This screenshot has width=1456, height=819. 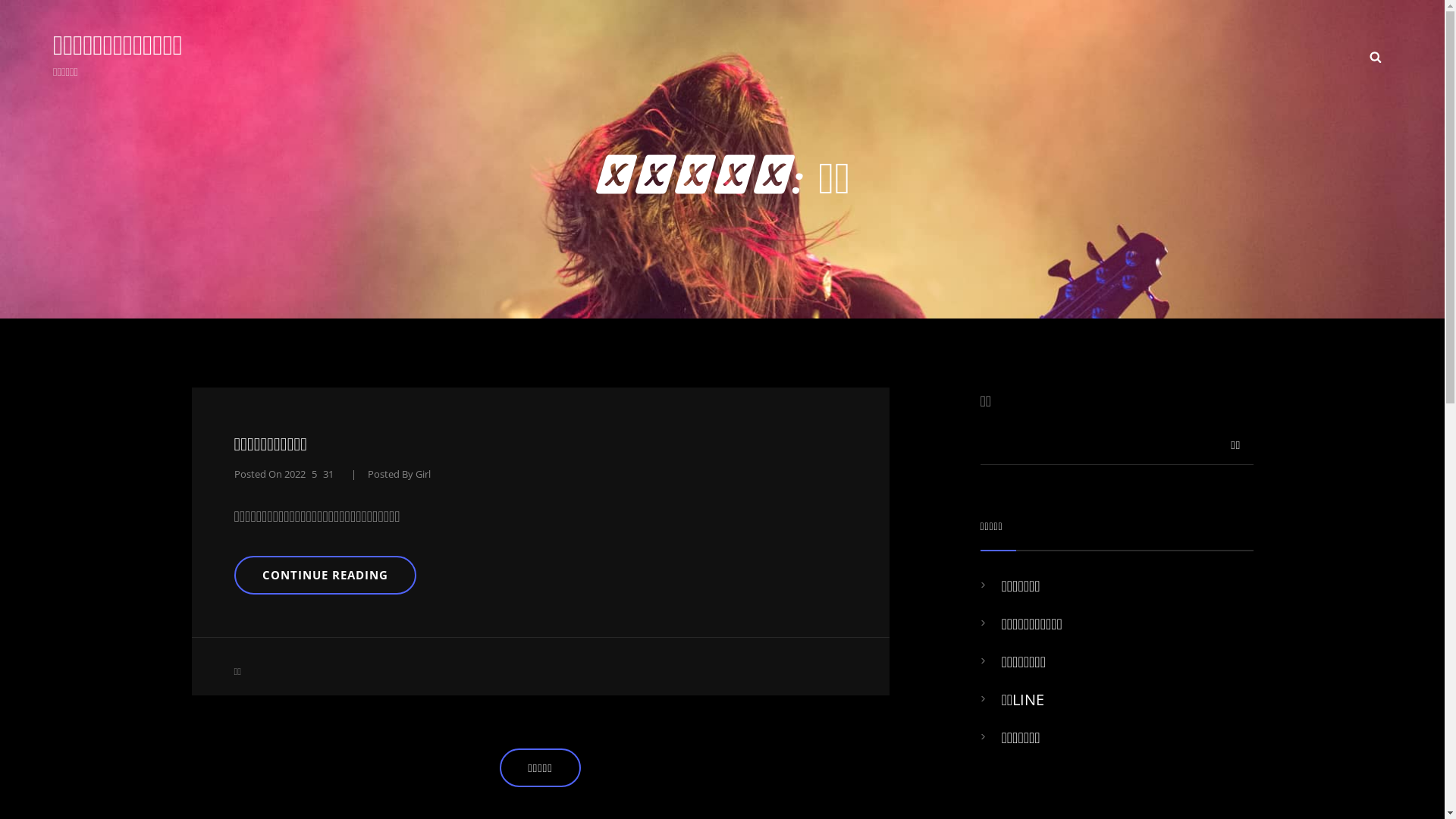 I want to click on 'Girl', so click(x=422, y=472).